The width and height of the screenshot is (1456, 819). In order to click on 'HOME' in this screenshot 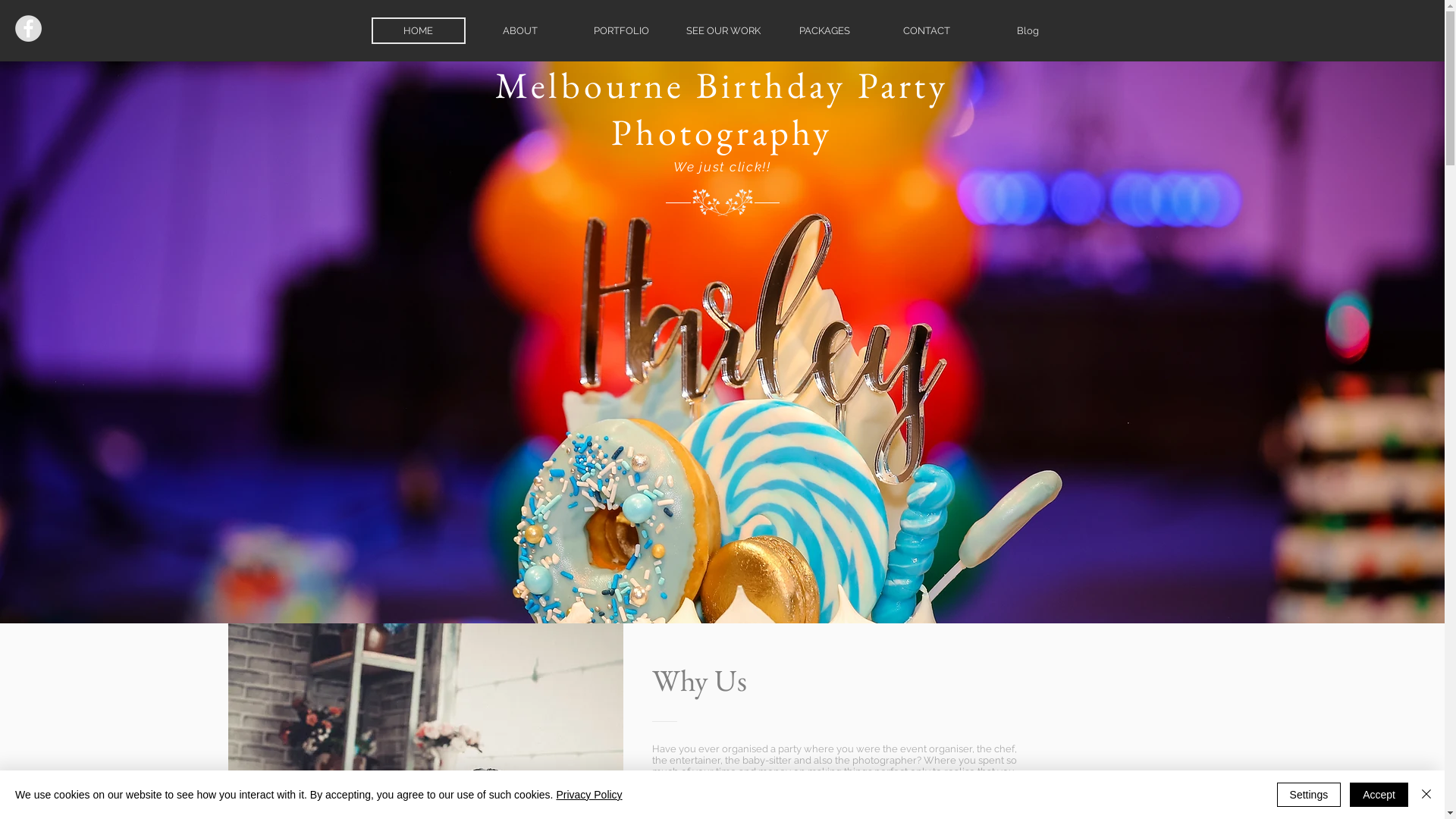, I will do `click(419, 30)`.